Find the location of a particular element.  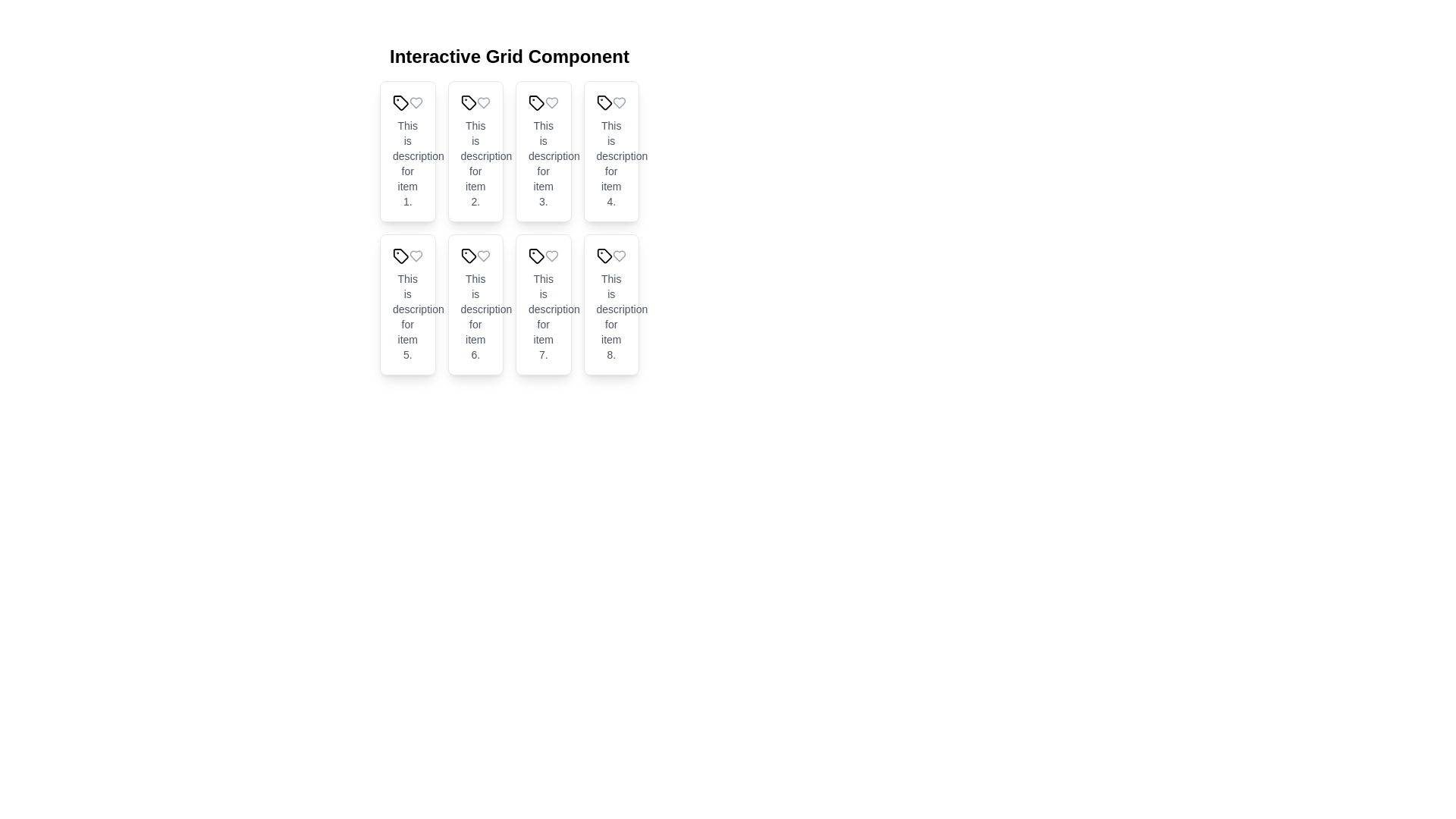

the heart-shaped icon is located at coordinates (416, 256).